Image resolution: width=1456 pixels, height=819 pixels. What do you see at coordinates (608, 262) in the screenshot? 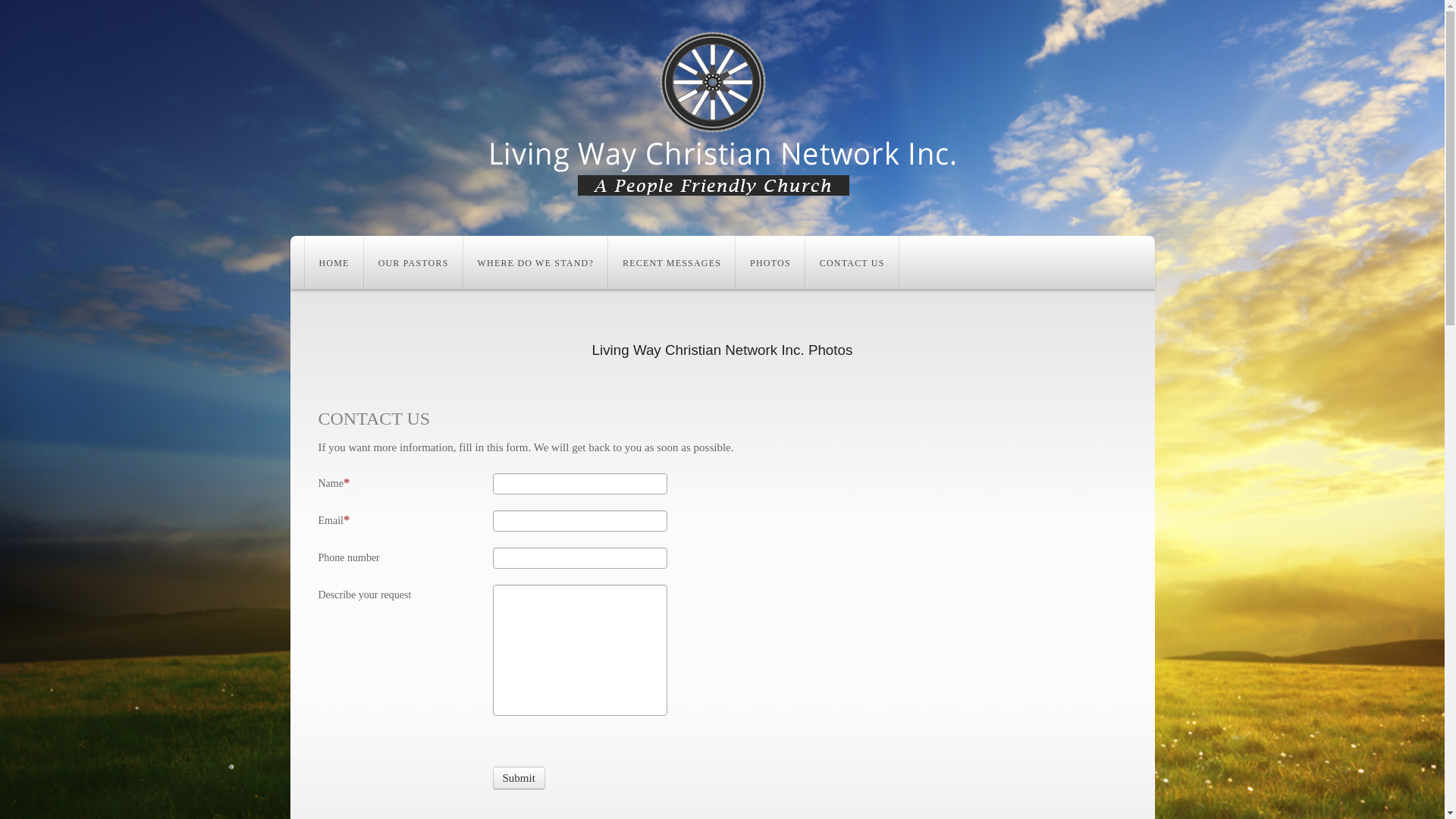
I see `'RECENT MESSAGES'` at bounding box center [608, 262].